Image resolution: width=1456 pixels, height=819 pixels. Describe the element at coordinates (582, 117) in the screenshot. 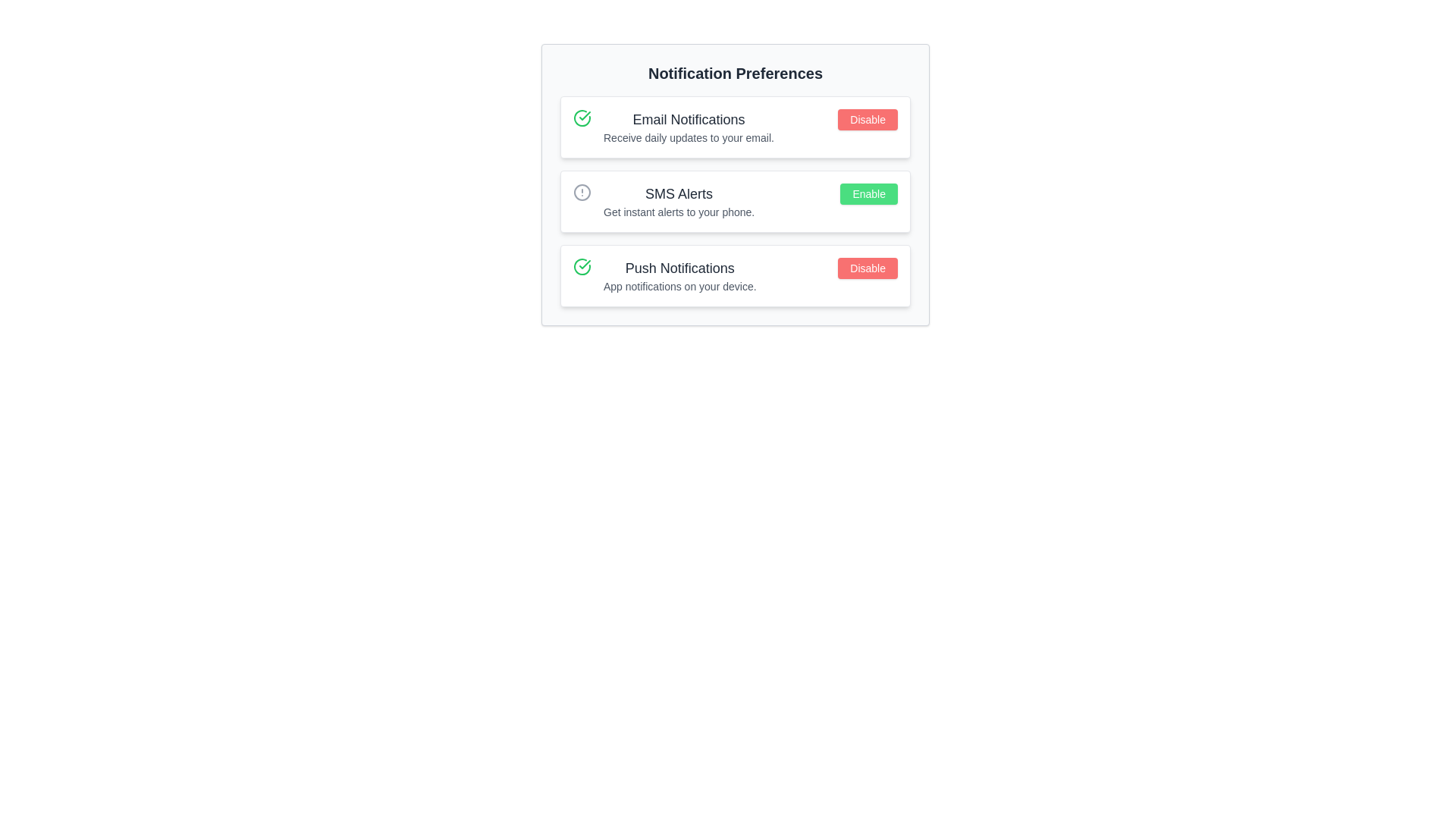

I see `the green circular icon with a checkmark symbol located near the 'Email Notifications' text` at that location.